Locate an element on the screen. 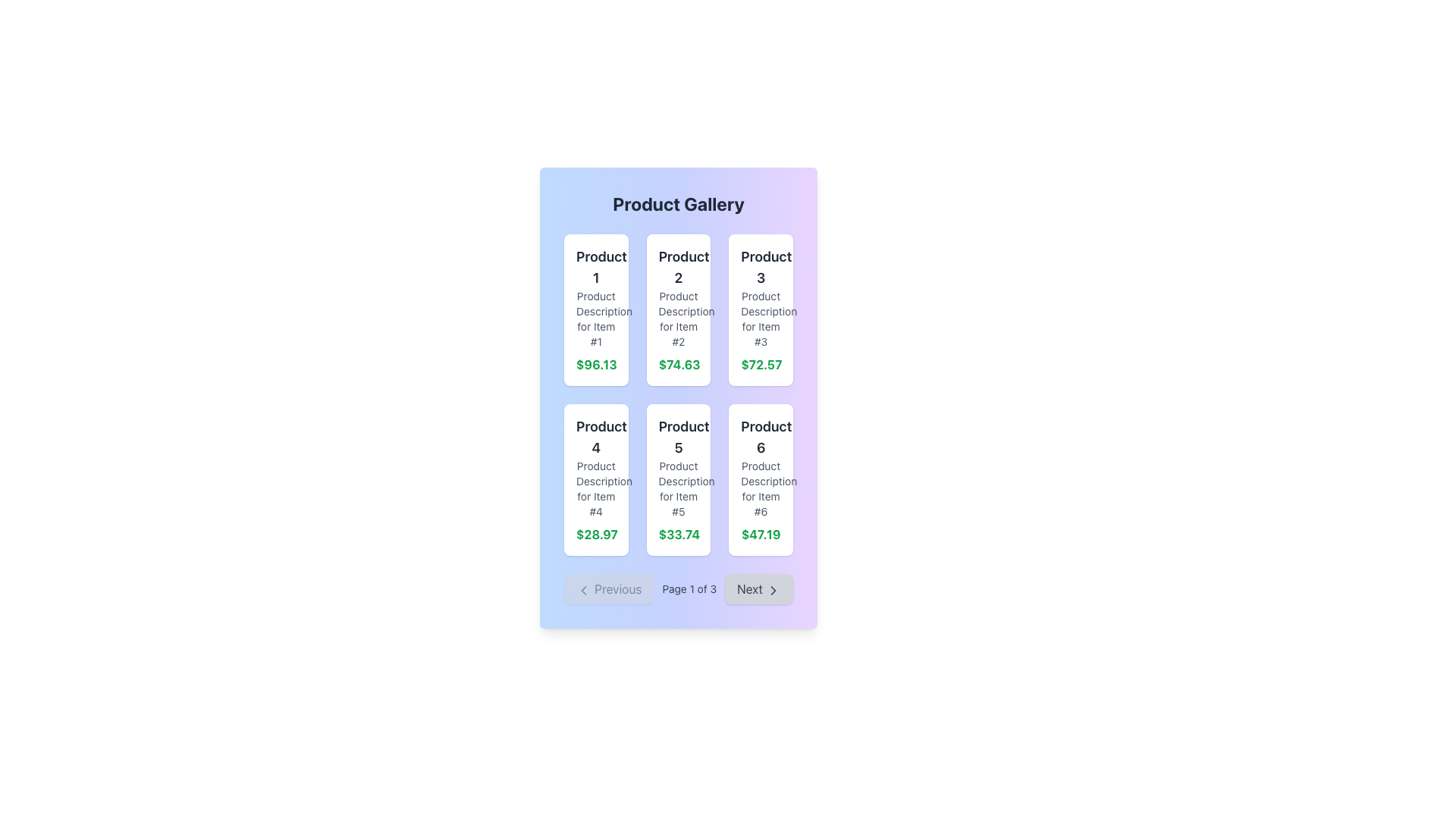  the title text element representing 'Product 4', located in the second row, first column of the grid layout, above the description and price is located at coordinates (595, 438).